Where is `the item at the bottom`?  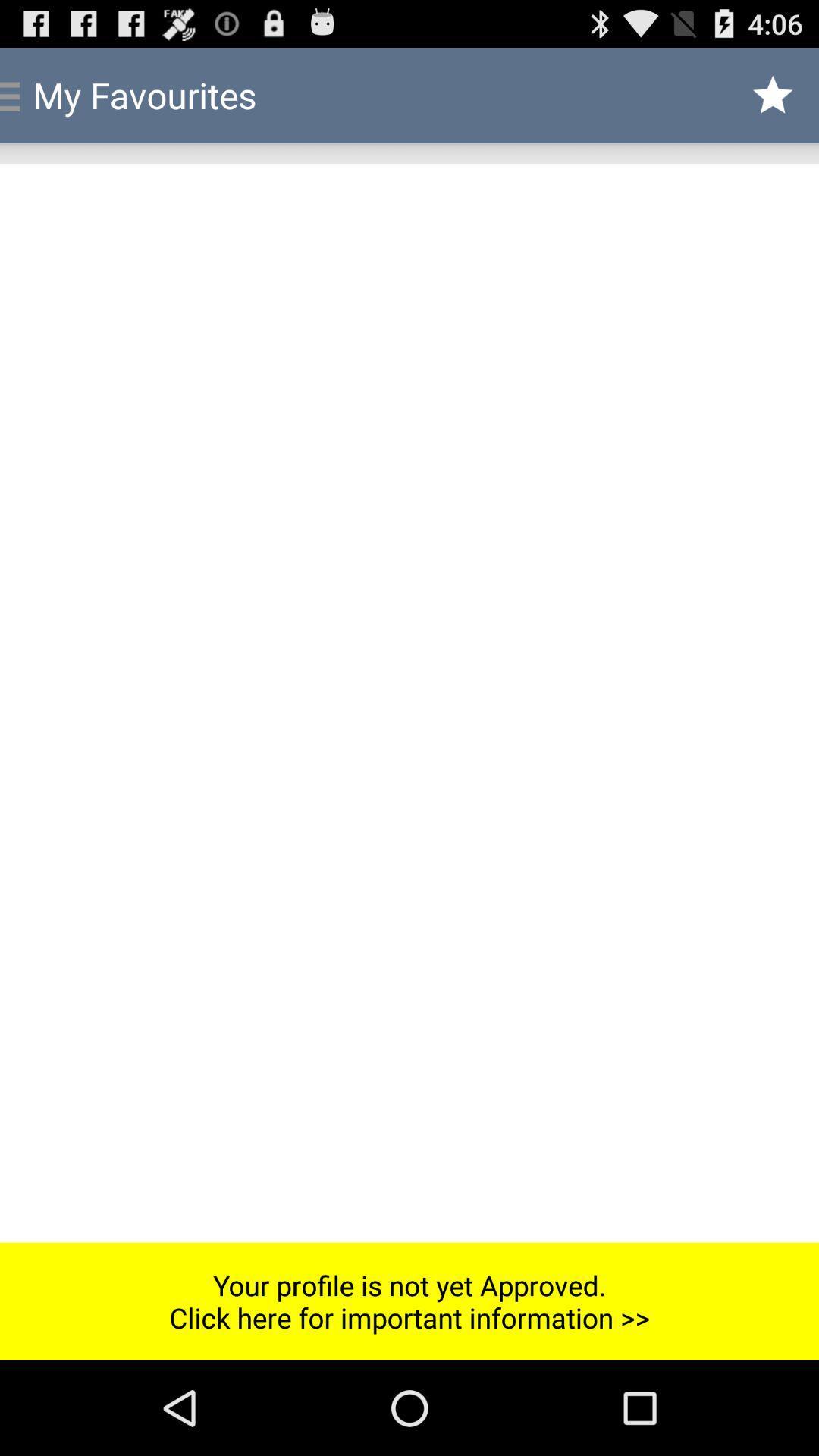
the item at the bottom is located at coordinates (409, 1301).